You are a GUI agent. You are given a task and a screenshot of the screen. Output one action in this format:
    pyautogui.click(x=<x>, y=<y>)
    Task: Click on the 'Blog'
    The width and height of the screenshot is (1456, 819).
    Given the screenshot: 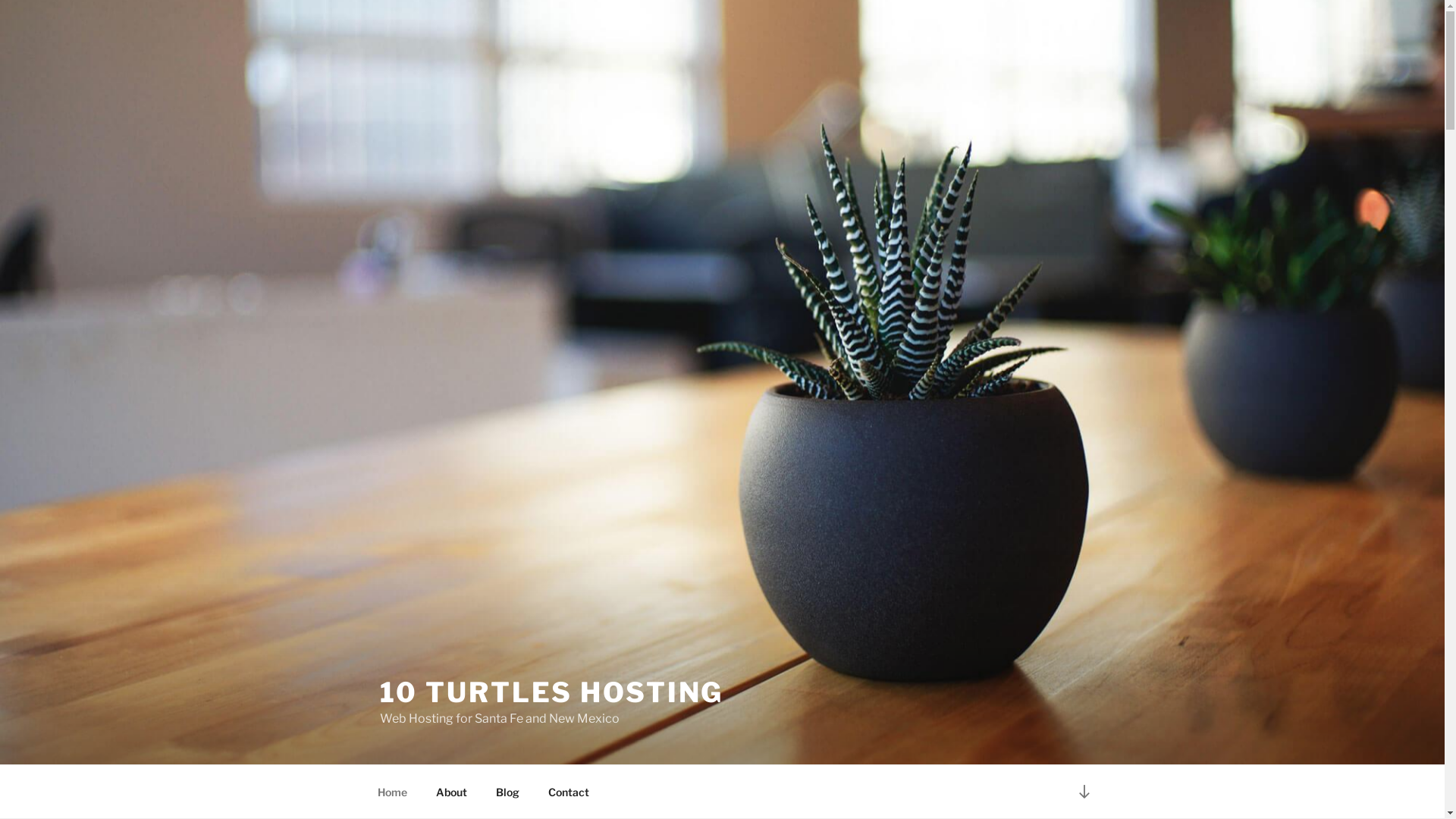 What is the action you would take?
    pyautogui.click(x=507, y=791)
    